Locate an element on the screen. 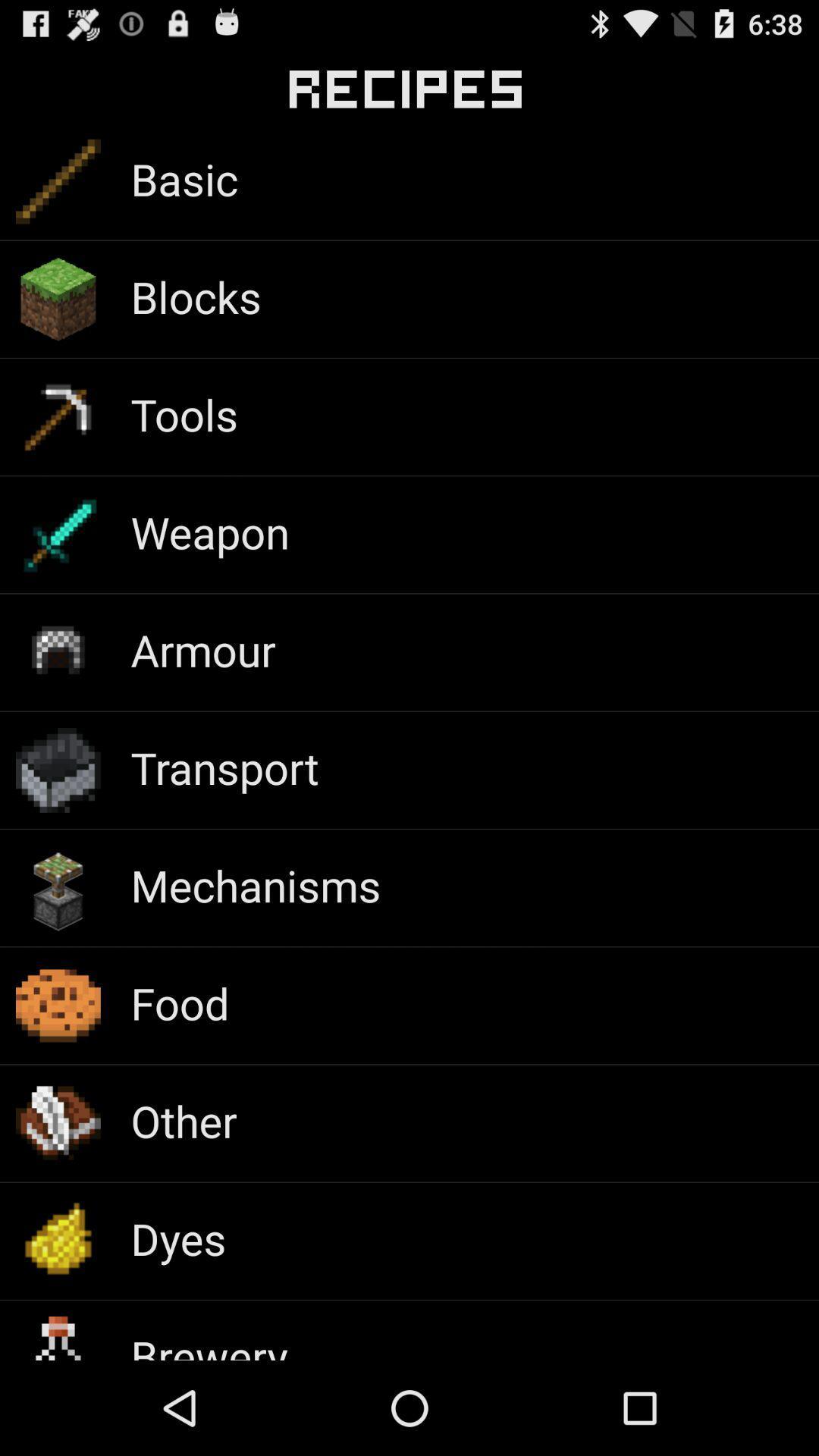  the dyes app is located at coordinates (177, 1238).